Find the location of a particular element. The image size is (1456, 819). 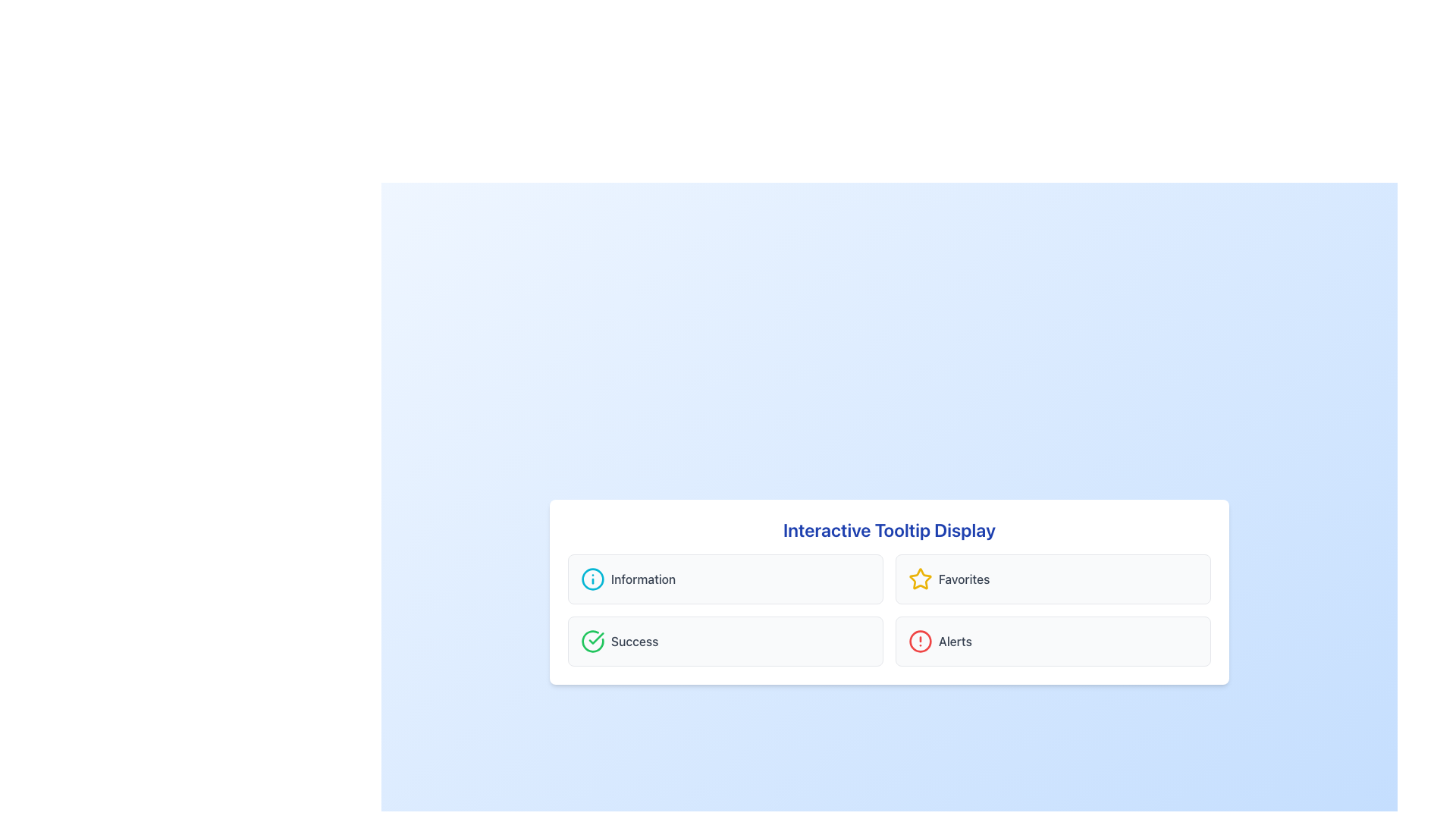

the alert-related card located in the second column of the lower row of the 2x2 grid is located at coordinates (1052, 641).